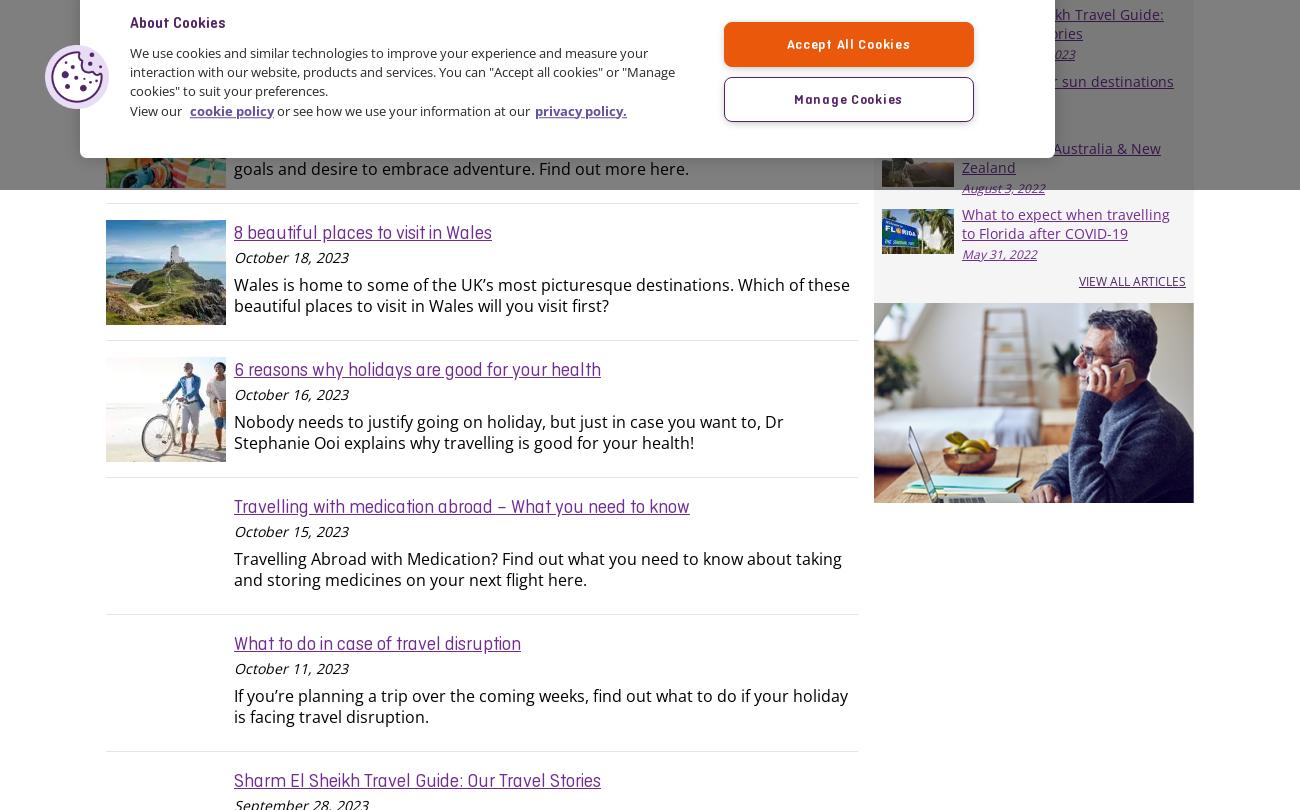  Describe the element at coordinates (376, 641) in the screenshot. I see `'What to do in case of travel disruption'` at that location.